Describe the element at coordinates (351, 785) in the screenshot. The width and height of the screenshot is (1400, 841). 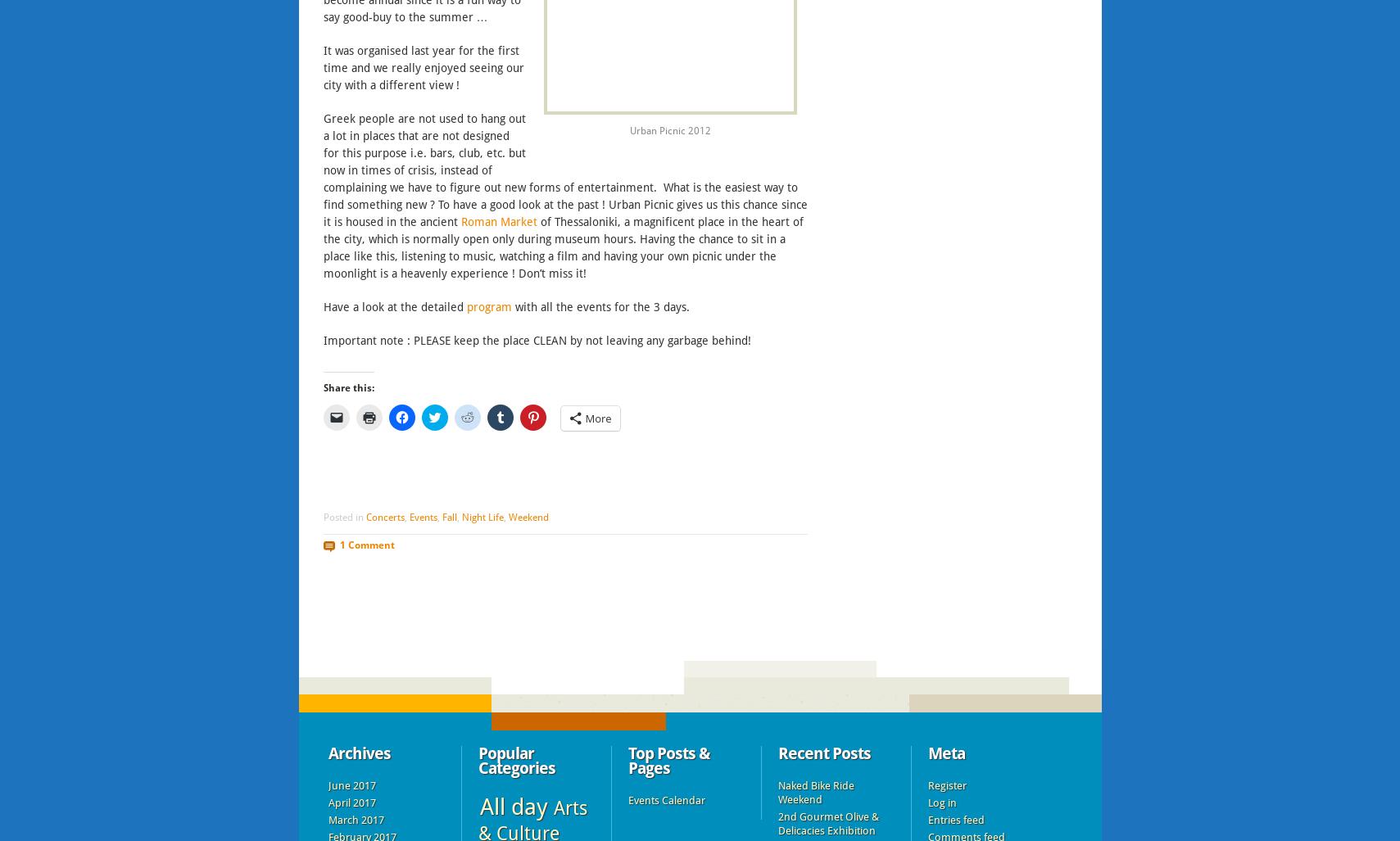
I see `'June 2017'` at that location.